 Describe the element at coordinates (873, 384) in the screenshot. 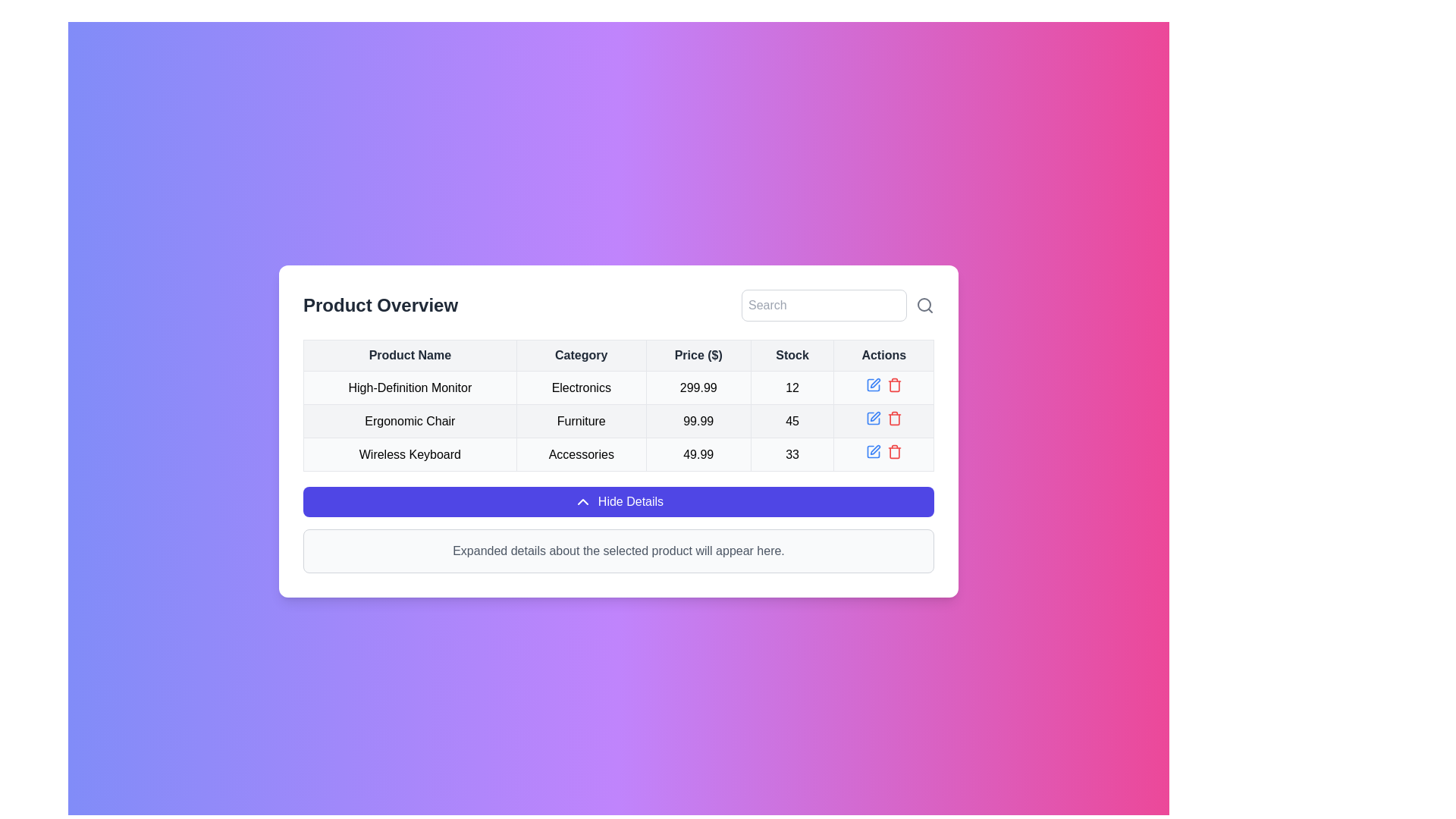

I see `the blue pen-like icon button representing the edit action for the 'Ergonomic Chair' product` at that location.